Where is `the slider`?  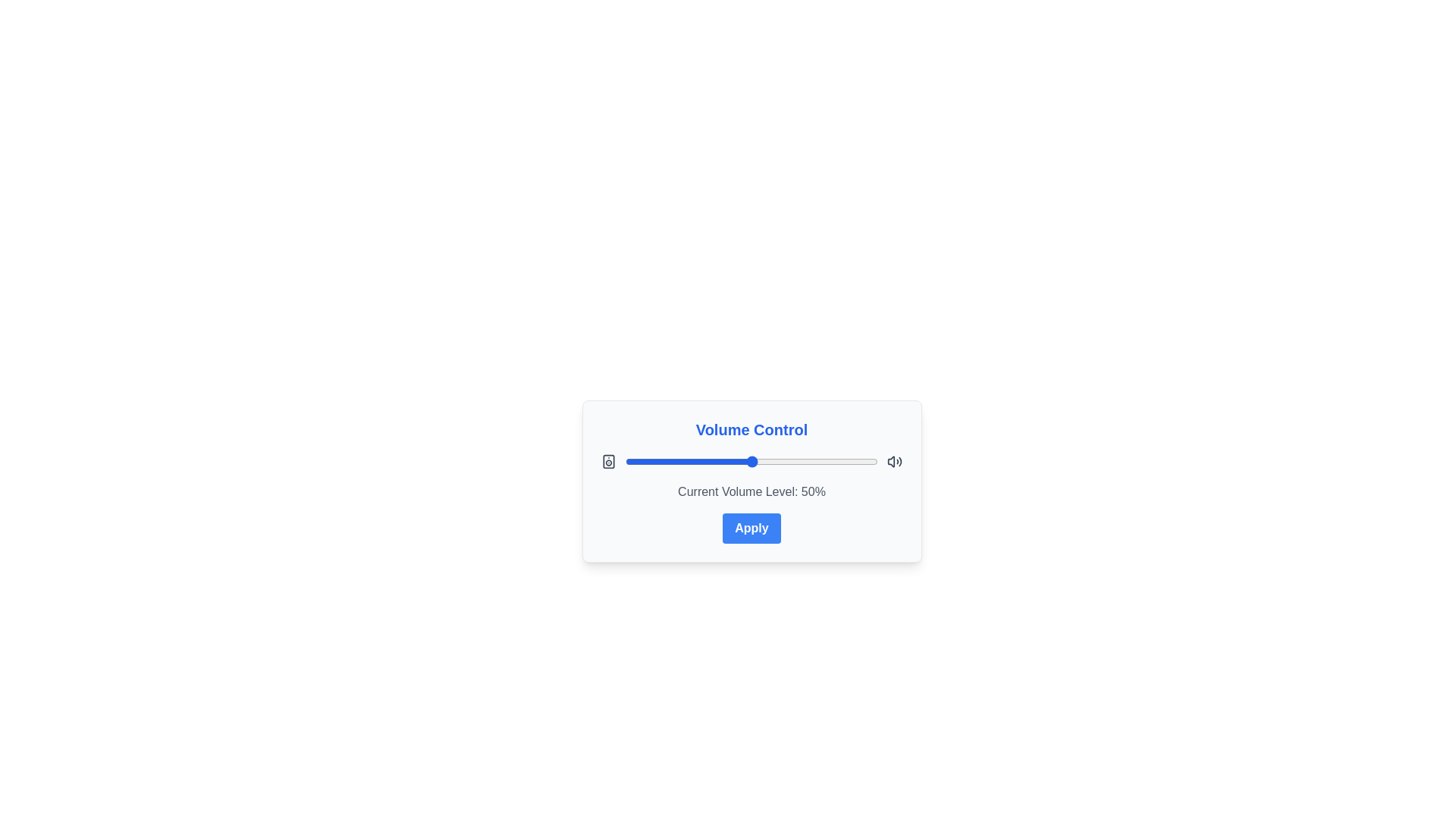 the slider is located at coordinates (754, 461).